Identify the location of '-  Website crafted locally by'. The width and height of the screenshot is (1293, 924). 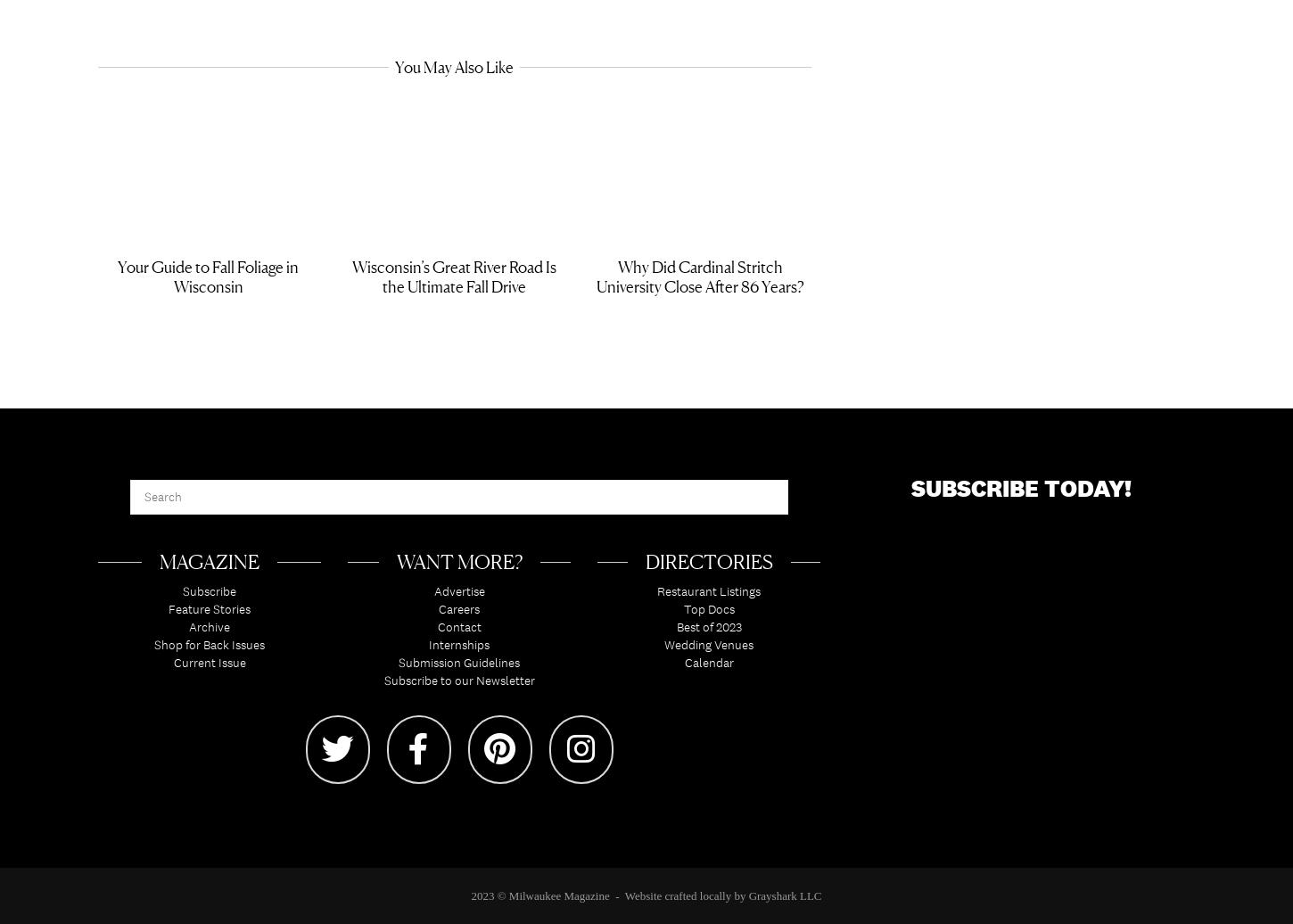
(607, 901).